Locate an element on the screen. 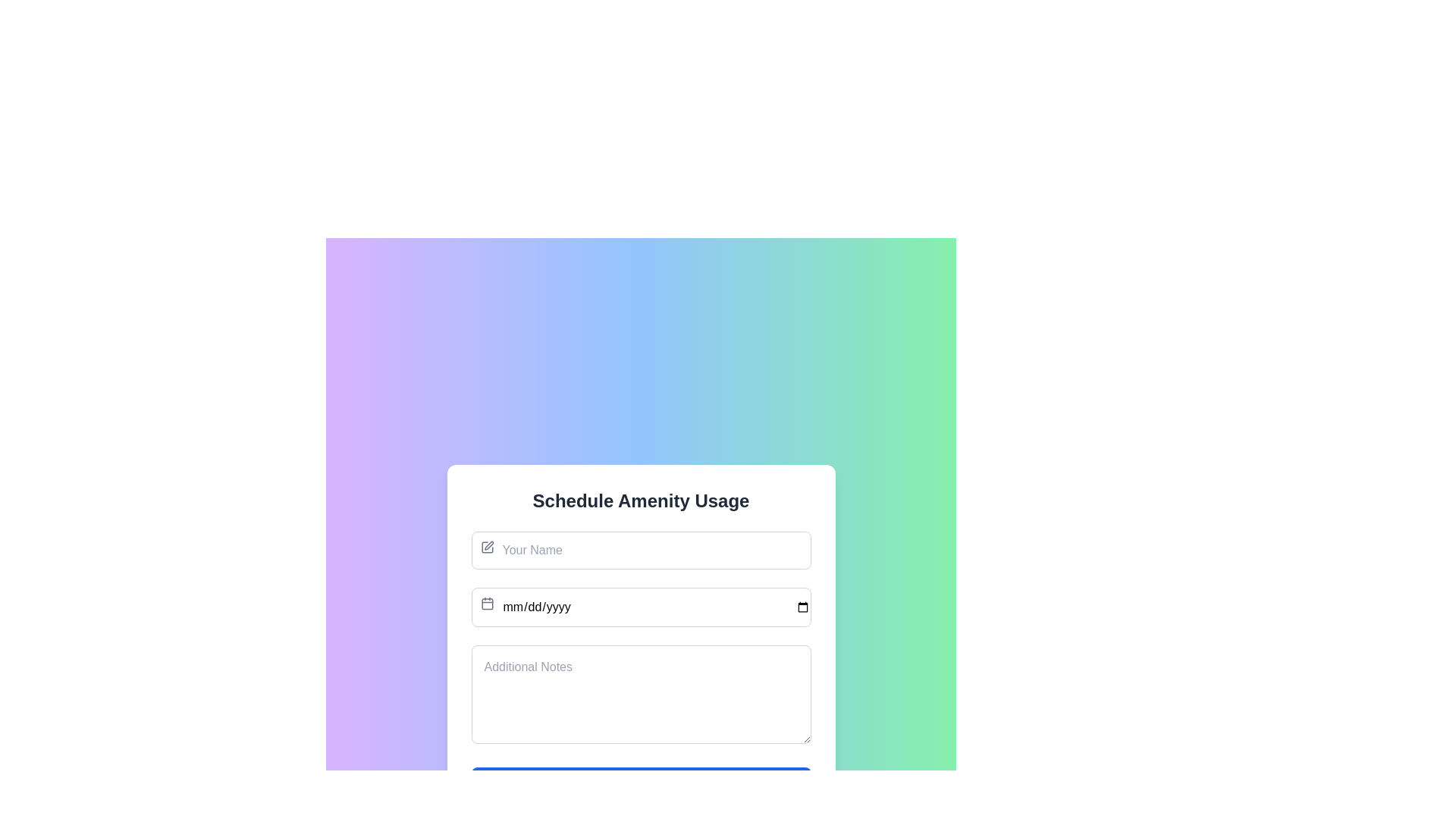 This screenshot has height=819, width=1456. the 'Submit' button at the bottom of the 'Schedule Amenity Usage' form to confirm the reservation is located at coordinates (641, 786).